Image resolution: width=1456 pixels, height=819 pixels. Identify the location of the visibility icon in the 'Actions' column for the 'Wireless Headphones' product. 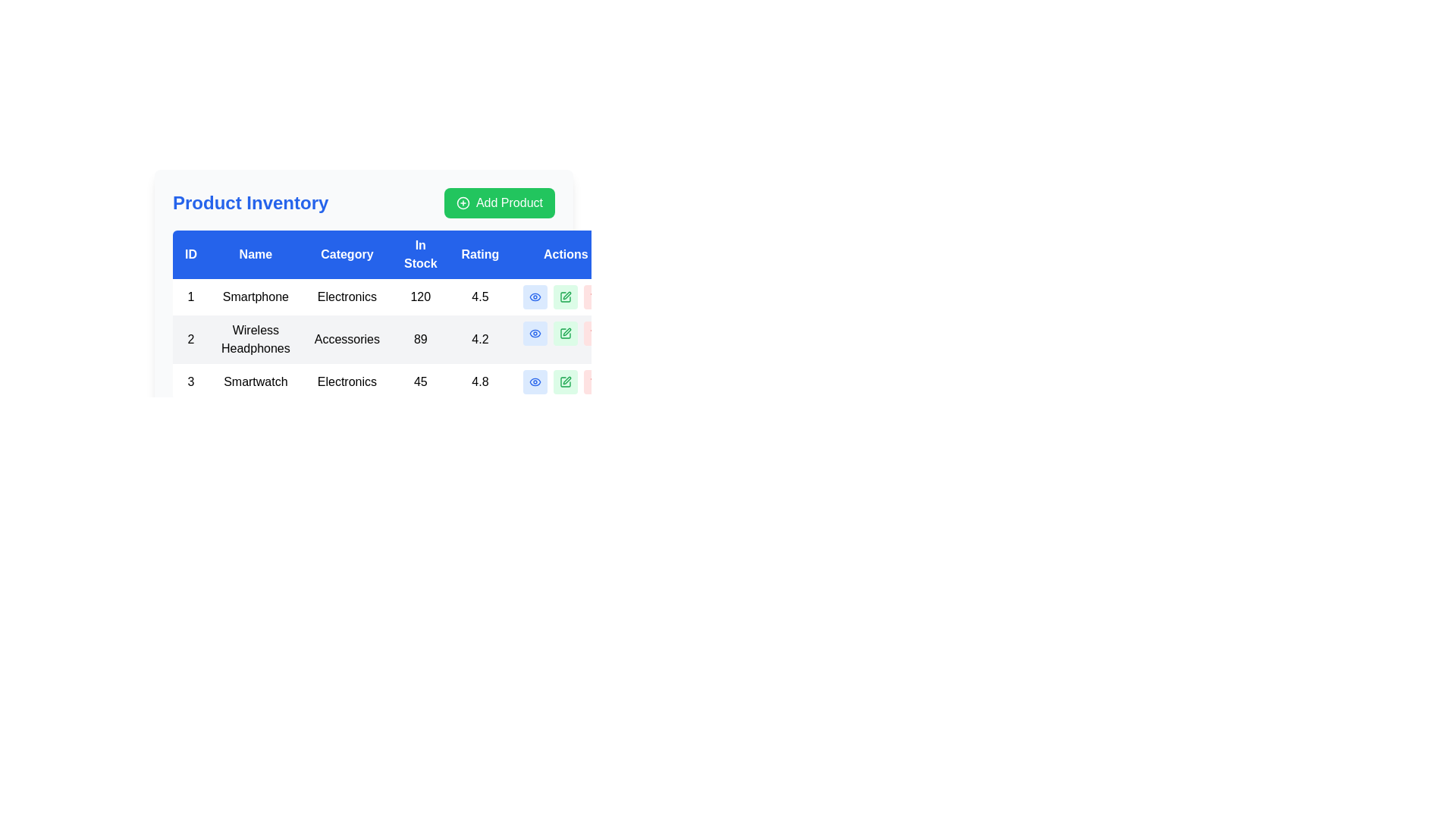
(535, 332).